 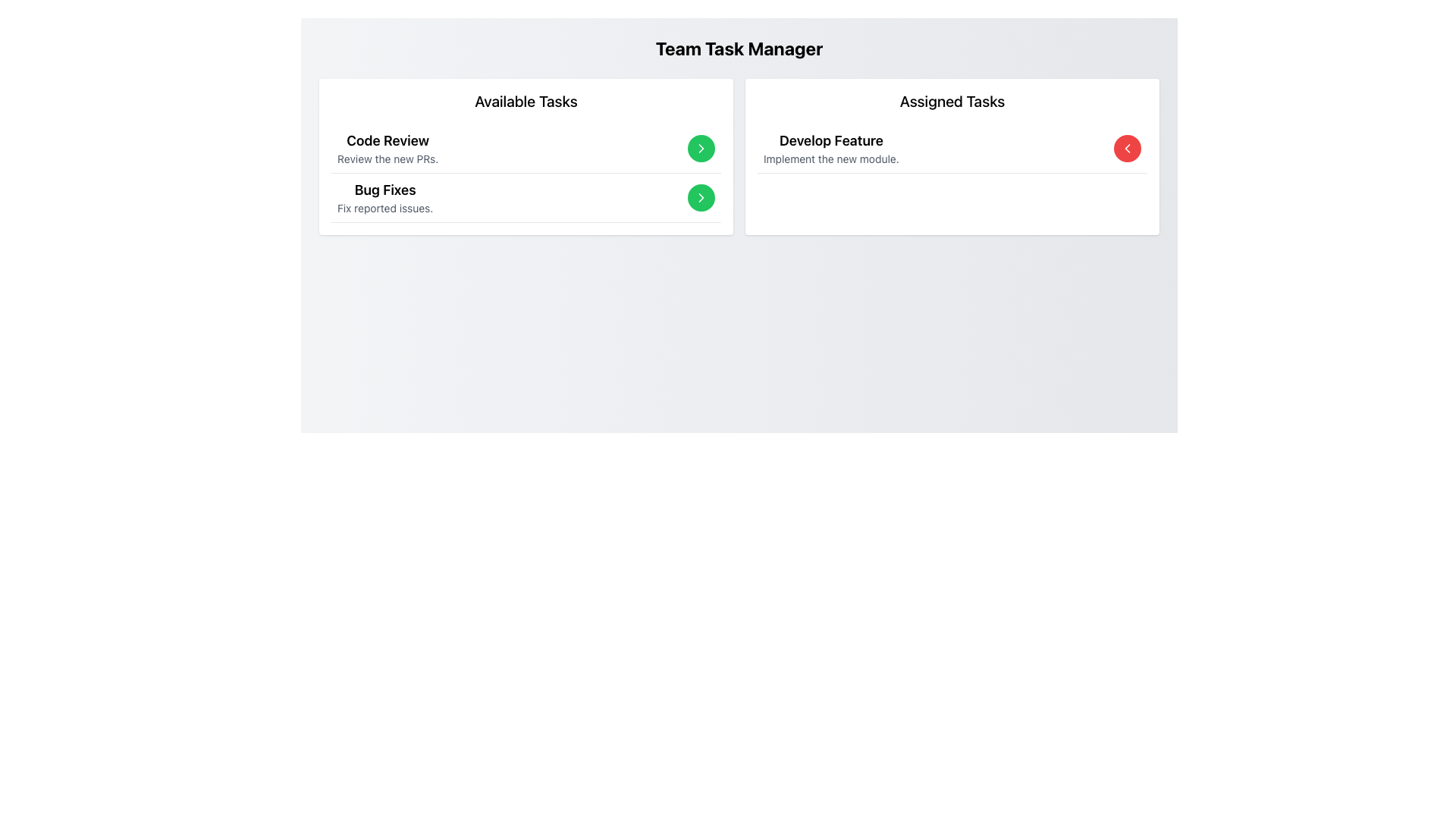 What do you see at coordinates (388, 158) in the screenshot?
I see `the text label reading 'Review the new PRs.' which is styled in gray and appears below the title 'Code Review' in the 'Available Tasks' section` at bounding box center [388, 158].